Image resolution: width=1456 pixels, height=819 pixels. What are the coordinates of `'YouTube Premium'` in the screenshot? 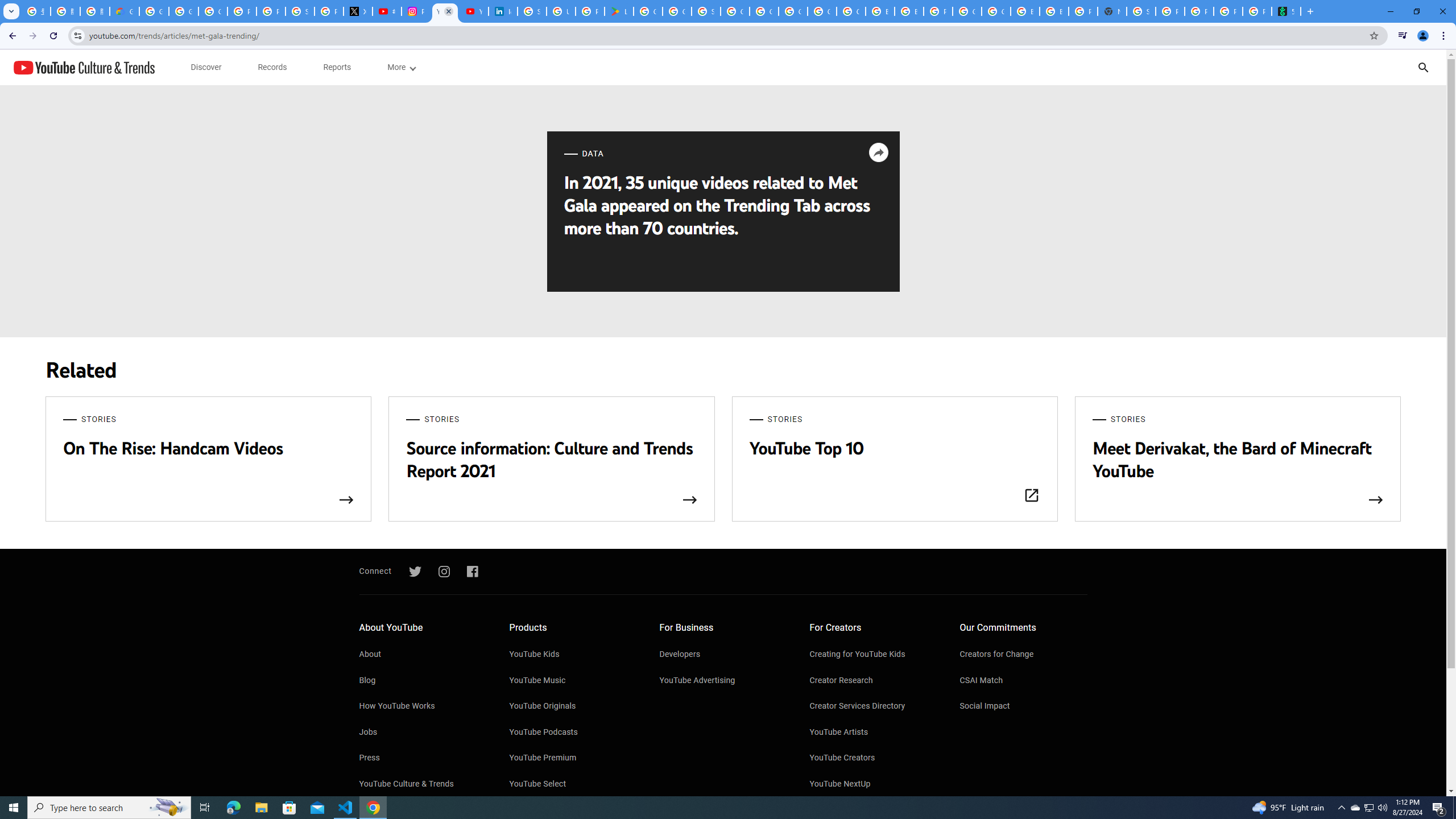 It's located at (573, 758).